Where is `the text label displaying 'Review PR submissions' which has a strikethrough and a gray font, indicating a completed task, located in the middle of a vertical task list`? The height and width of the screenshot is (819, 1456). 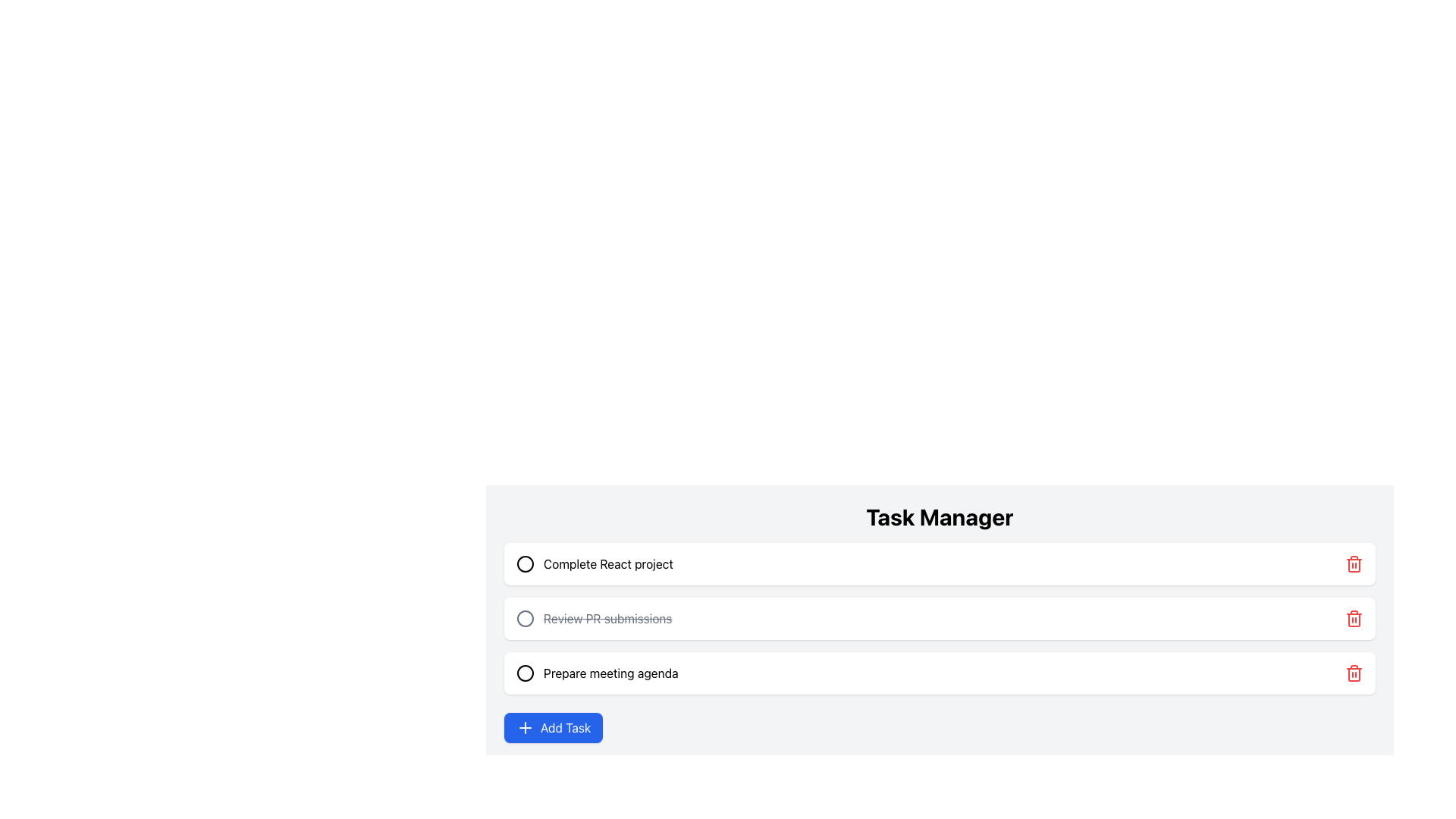 the text label displaying 'Review PR submissions' which has a strikethrough and a gray font, indicating a completed task, located in the middle of a vertical task list is located at coordinates (607, 619).